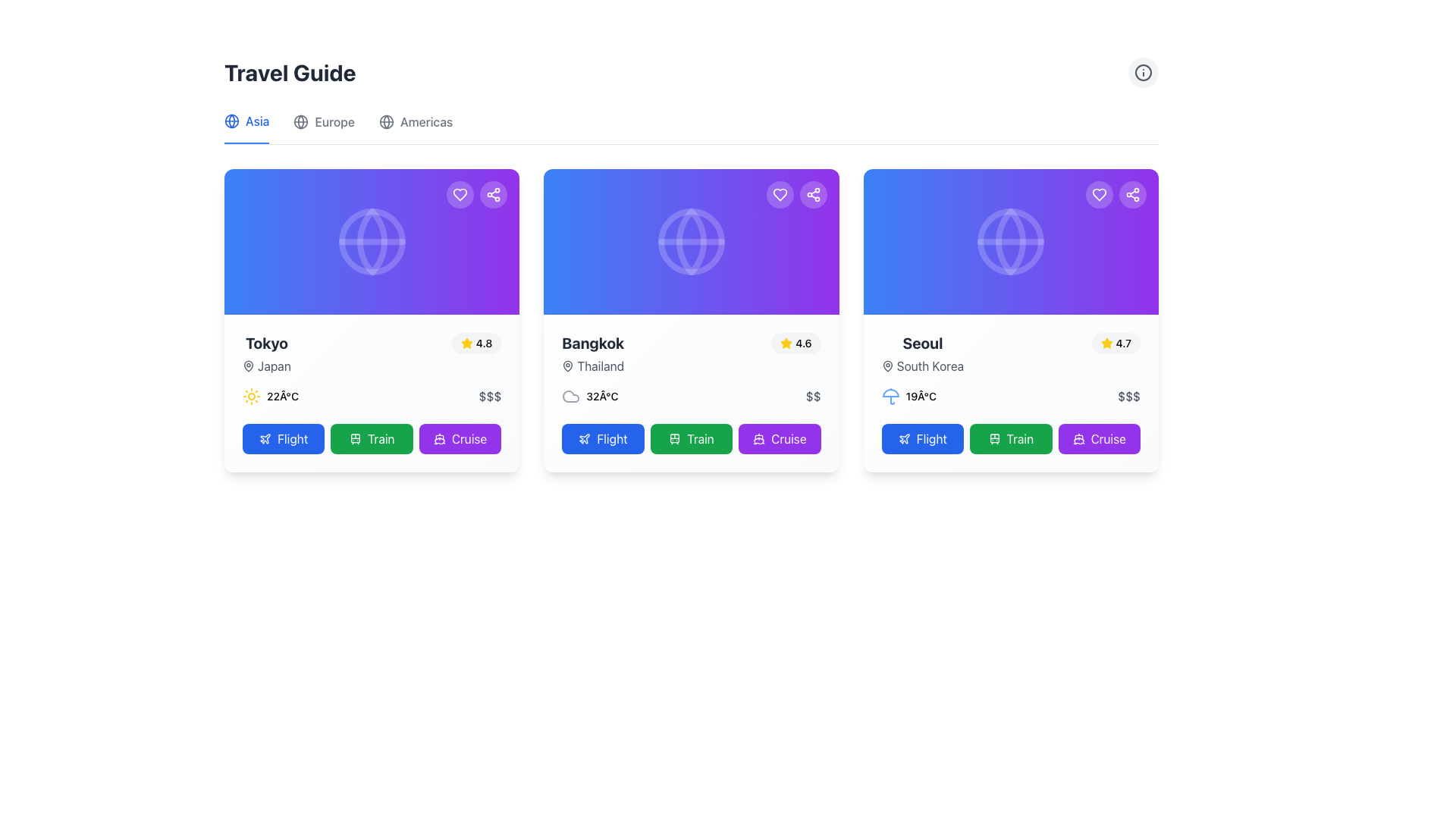 The height and width of the screenshot is (819, 1456). Describe the element at coordinates (334, 121) in the screenshot. I see `the text label displaying 'Europe'` at that location.